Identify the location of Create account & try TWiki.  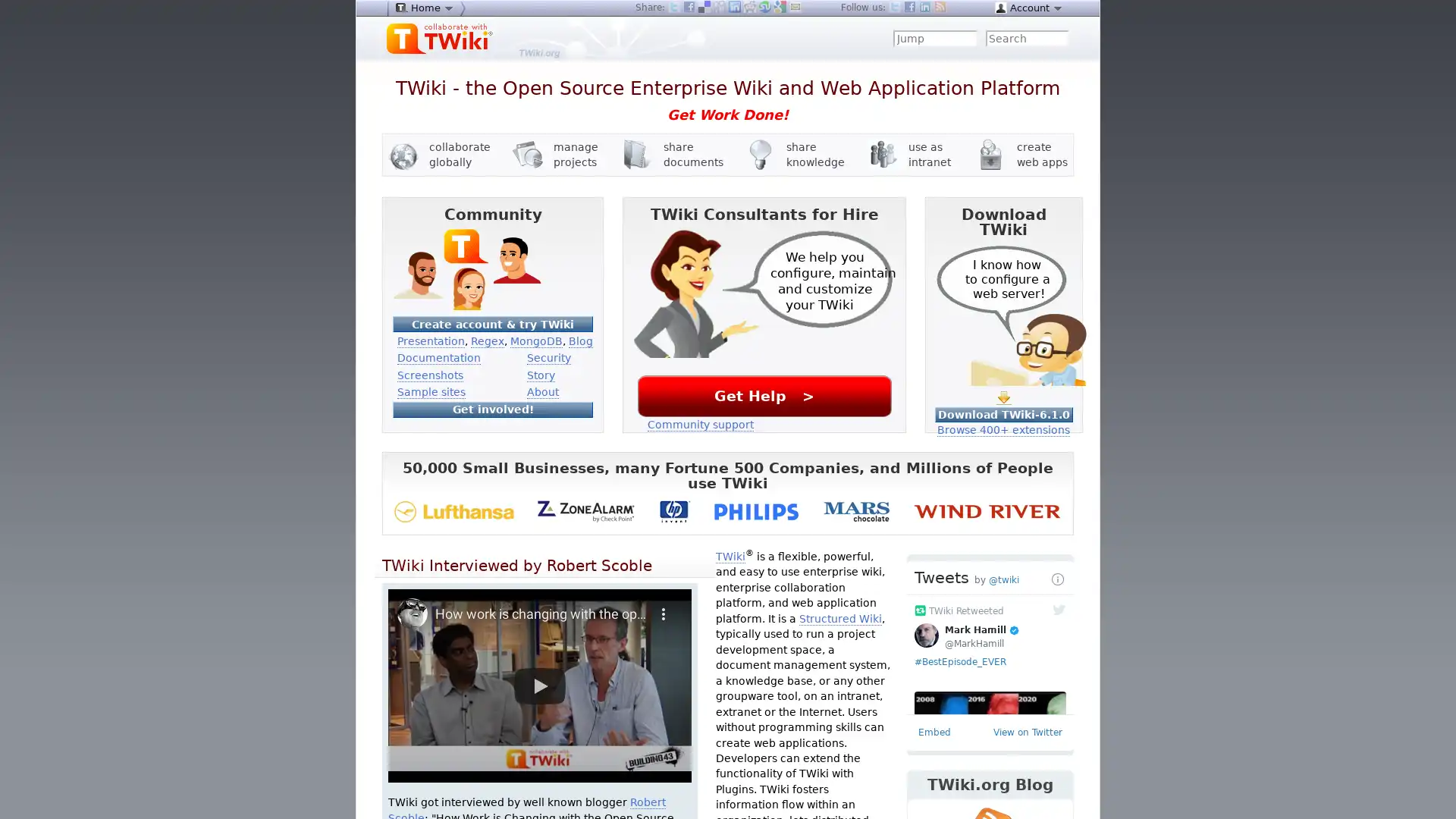
(492, 323).